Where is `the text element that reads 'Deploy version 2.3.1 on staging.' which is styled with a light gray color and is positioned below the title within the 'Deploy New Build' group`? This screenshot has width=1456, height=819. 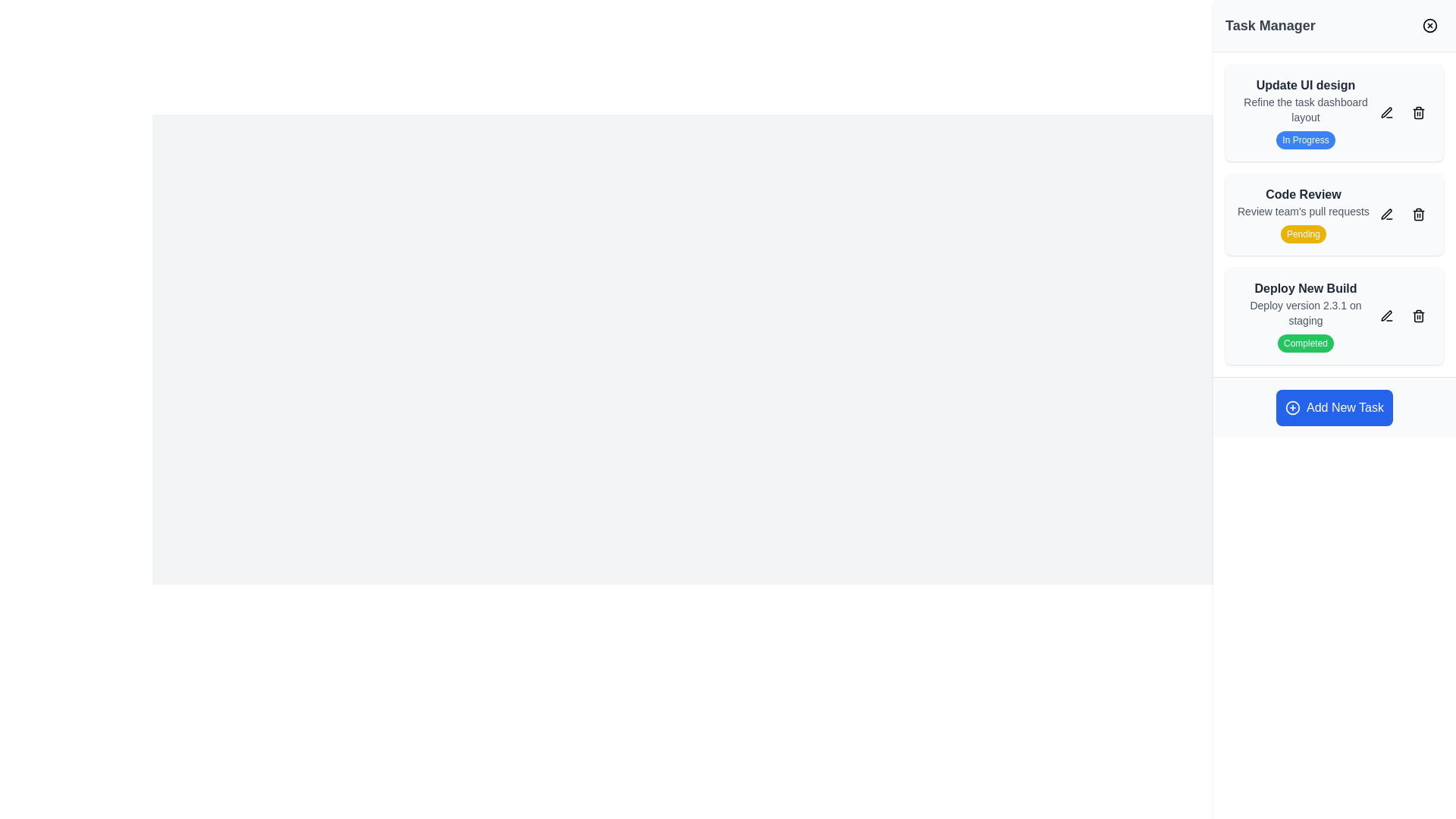 the text element that reads 'Deploy version 2.3.1 on staging.' which is styled with a light gray color and is positioned below the title within the 'Deploy New Build' group is located at coordinates (1305, 312).